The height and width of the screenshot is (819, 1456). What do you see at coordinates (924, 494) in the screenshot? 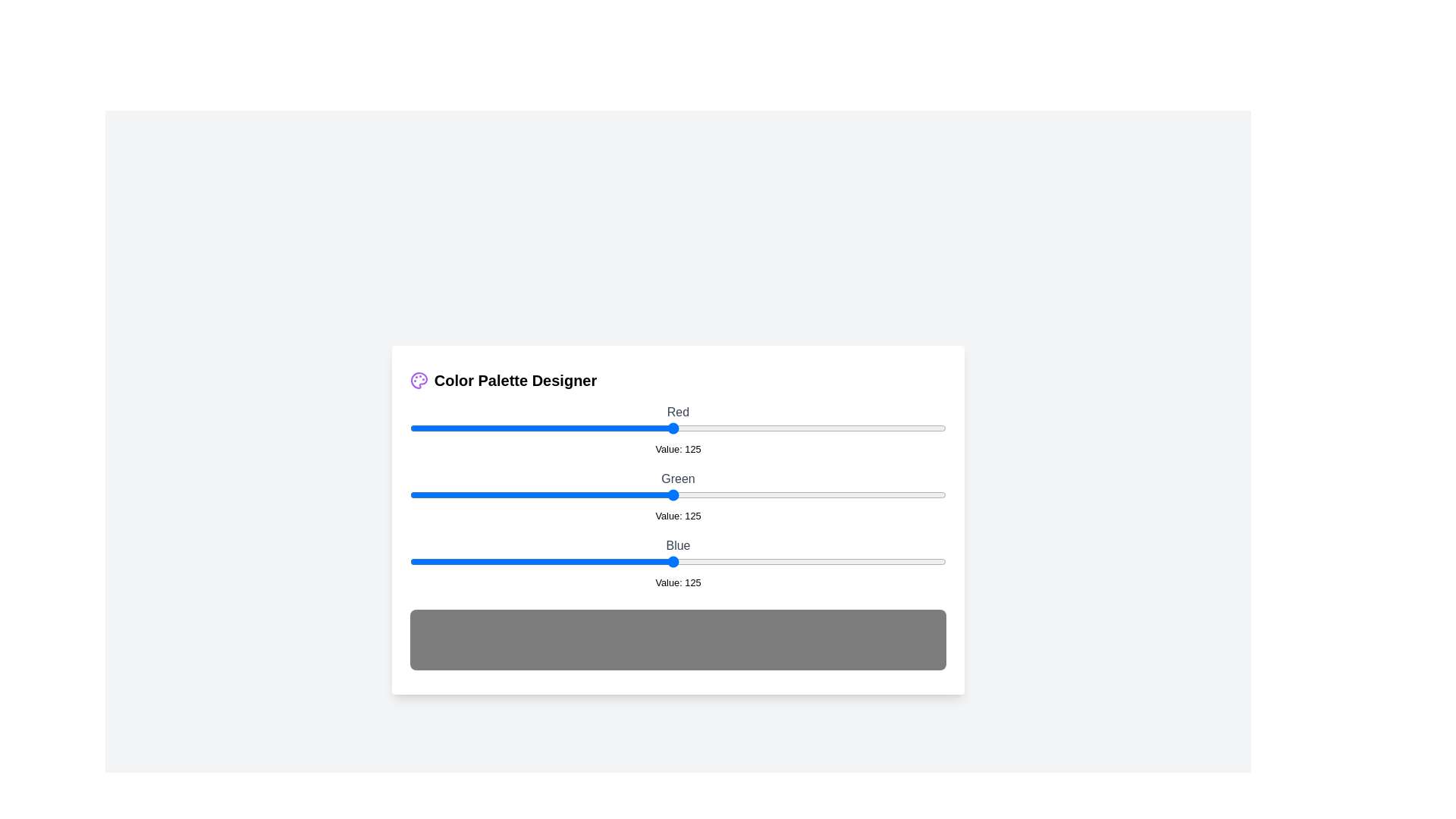
I see `the 1 slider to 245` at bounding box center [924, 494].